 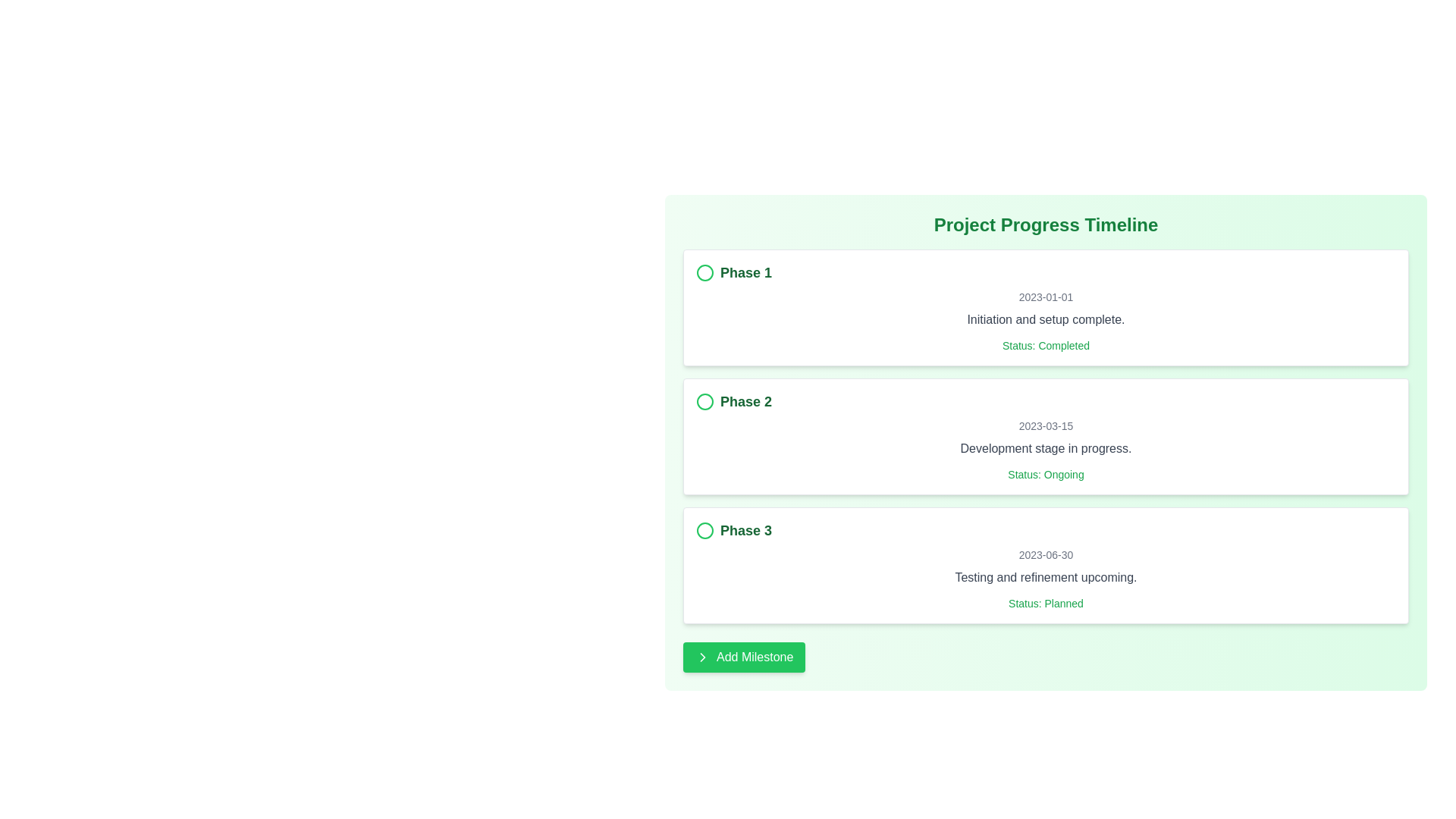 I want to click on the graphical representation of the progress status indicator located to the left of the 'Phase 2' label, so click(x=704, y=400).